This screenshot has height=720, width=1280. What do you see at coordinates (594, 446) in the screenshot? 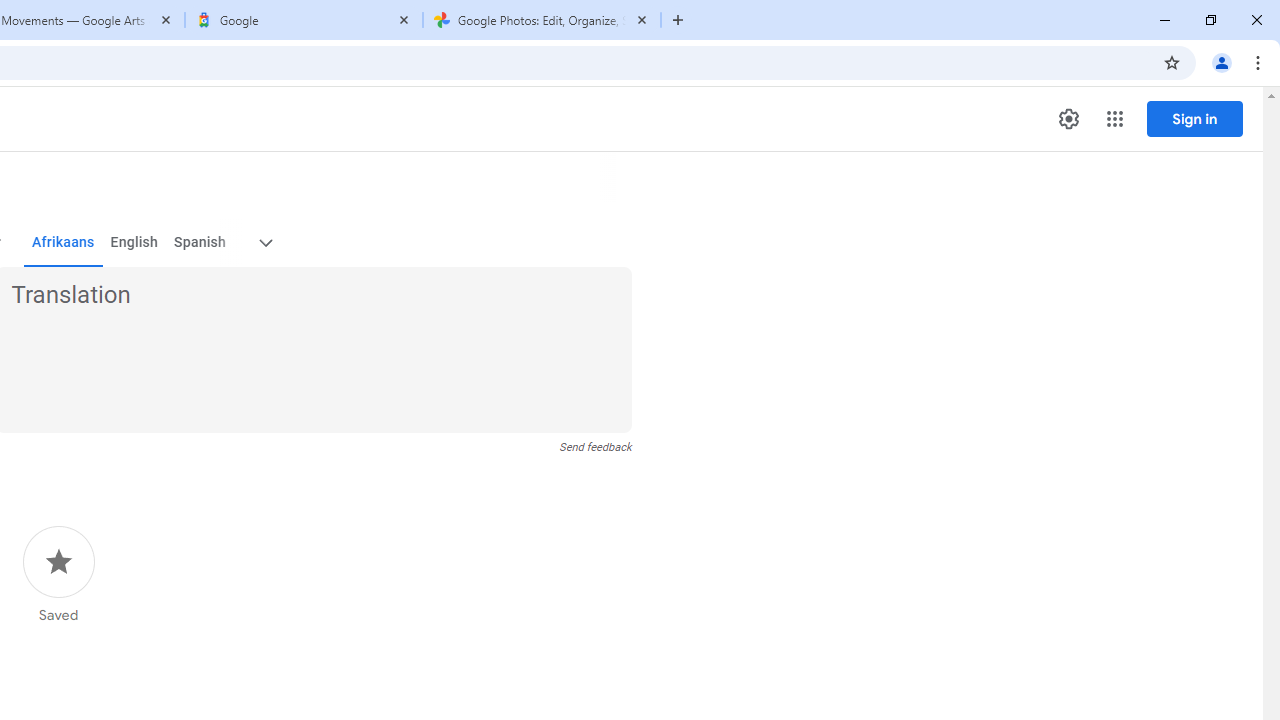
I see `'Send feedback'` at bounding box center [594, 446].